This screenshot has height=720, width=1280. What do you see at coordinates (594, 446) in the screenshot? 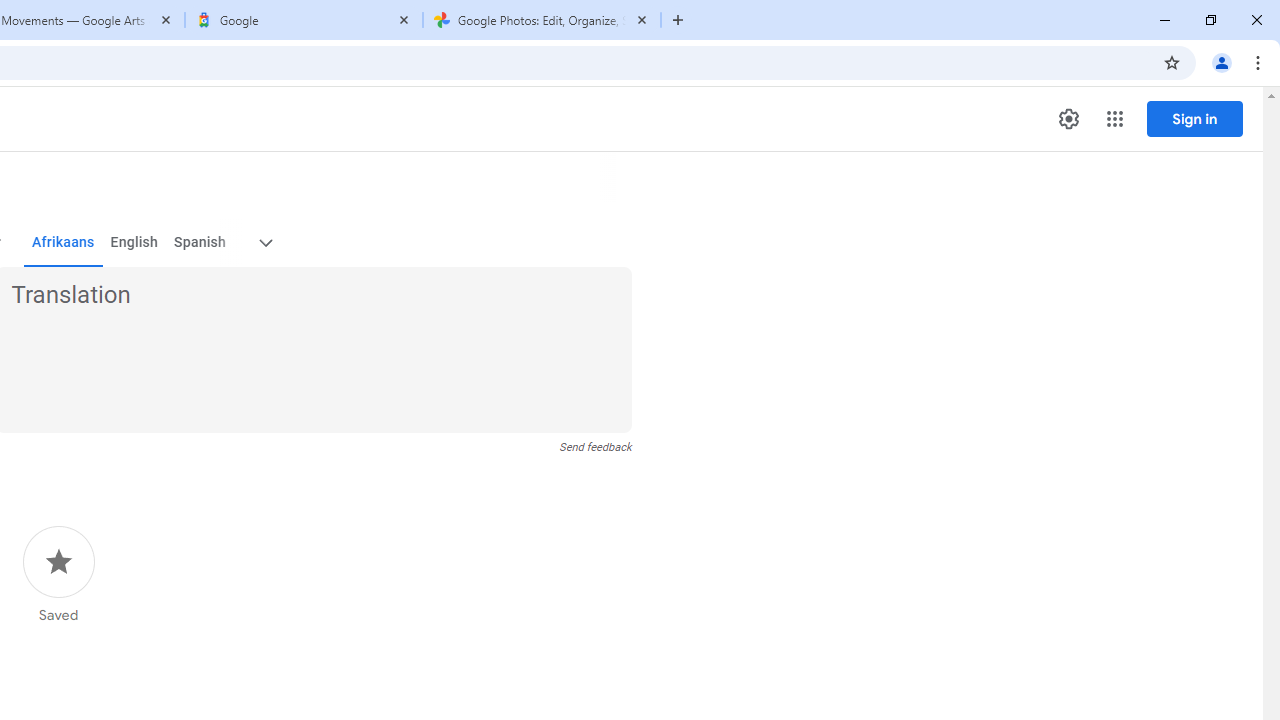
I see `'Send feedback'` at bounding box center [594, 446].